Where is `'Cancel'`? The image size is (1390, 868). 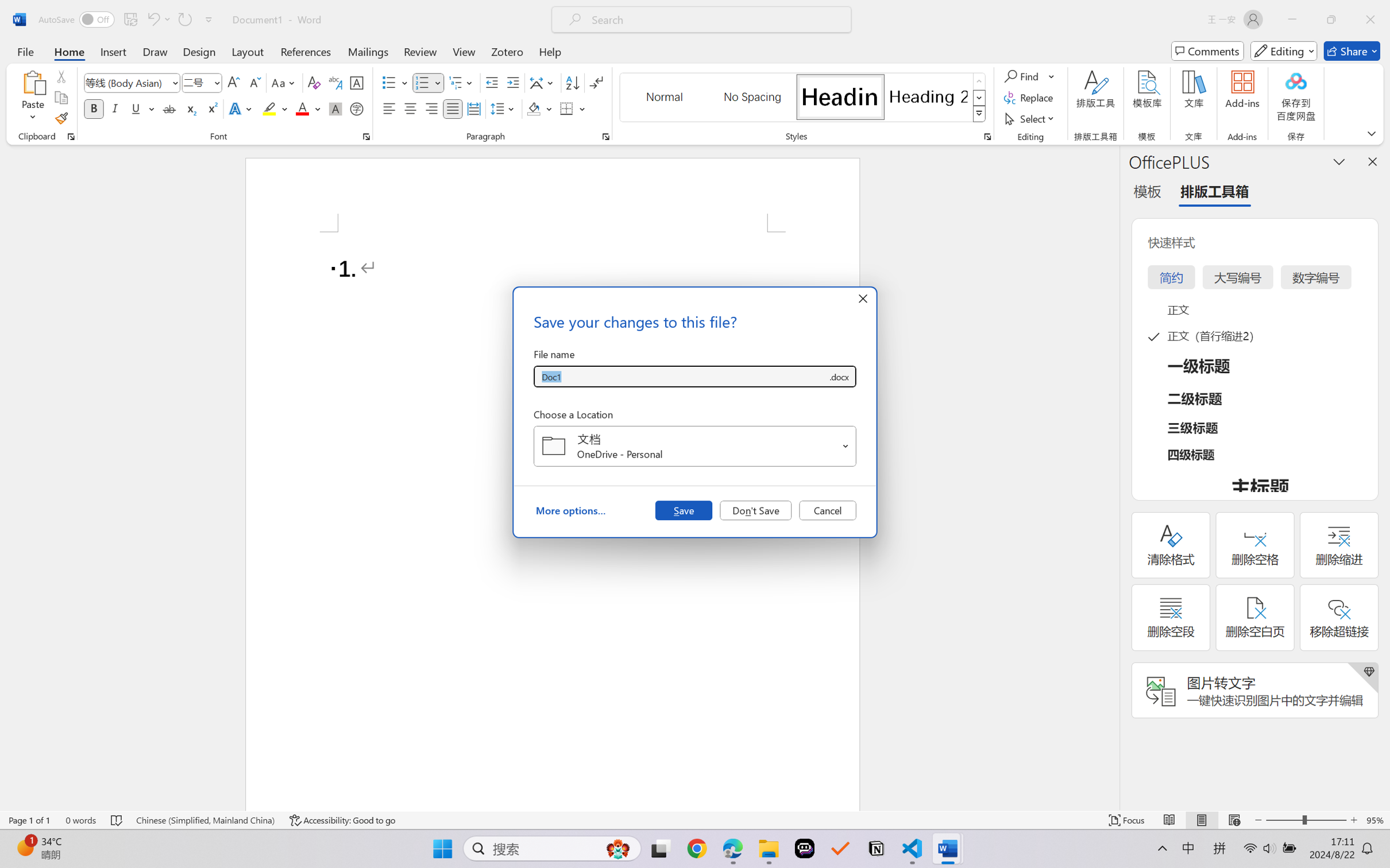 'Cancel' is located at coordinates (827, 509).